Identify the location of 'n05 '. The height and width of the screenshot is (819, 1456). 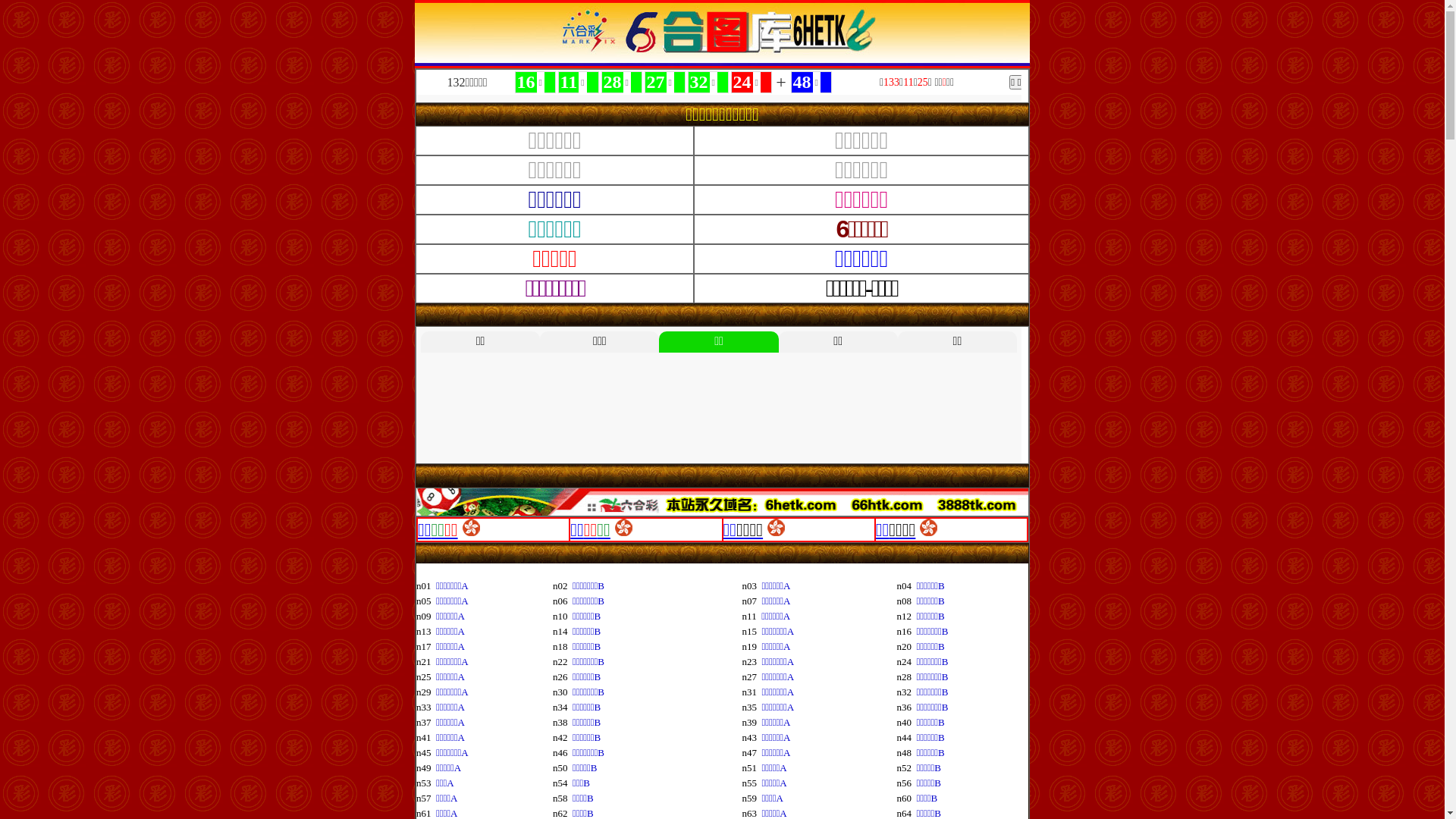
(425, 600).